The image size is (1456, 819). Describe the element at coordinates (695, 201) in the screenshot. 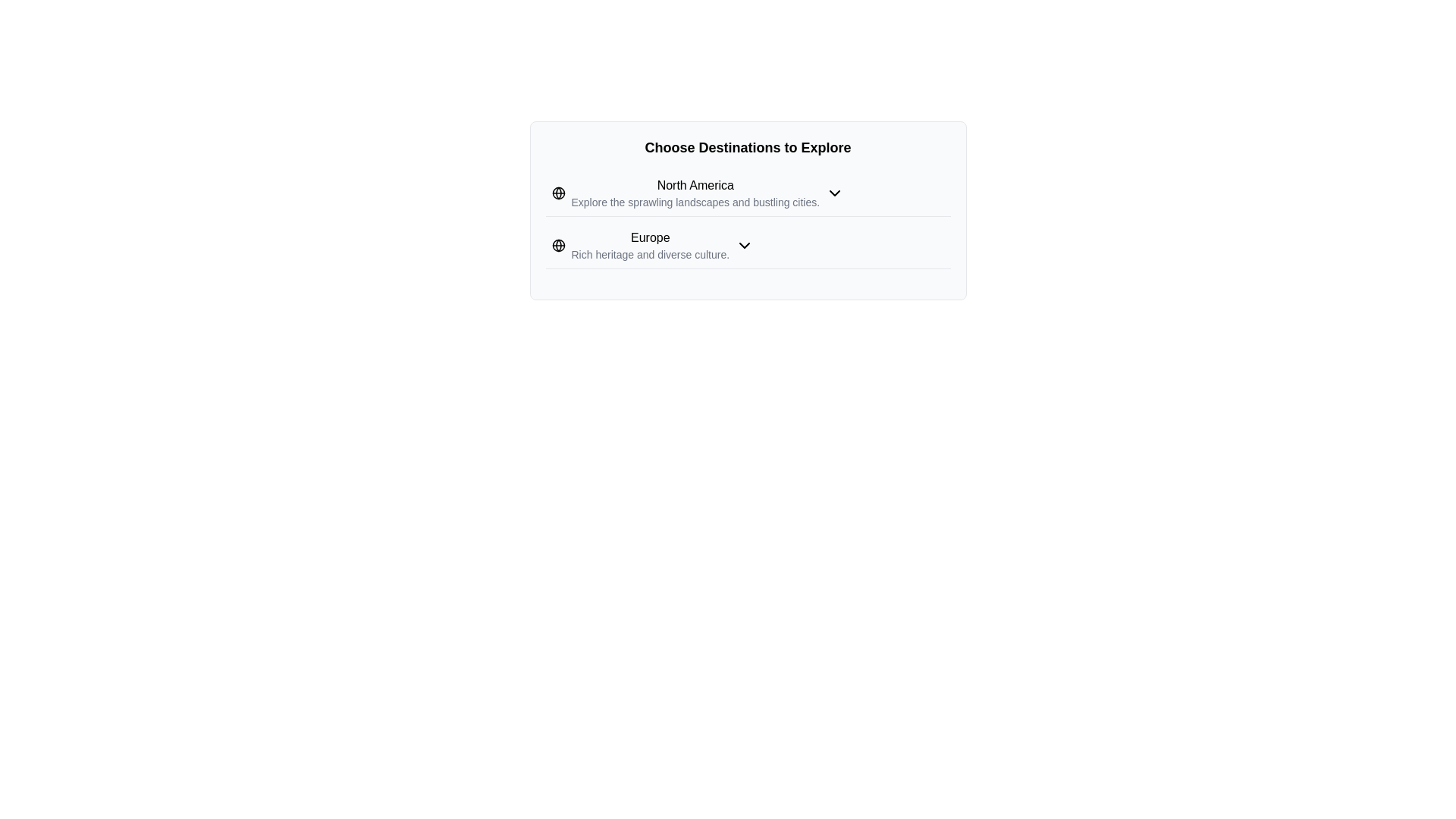

I see `the text label displaying 'Explore the sprawling landscapes and bustling cities' which is positioned below the 'North America' header text` at that location.